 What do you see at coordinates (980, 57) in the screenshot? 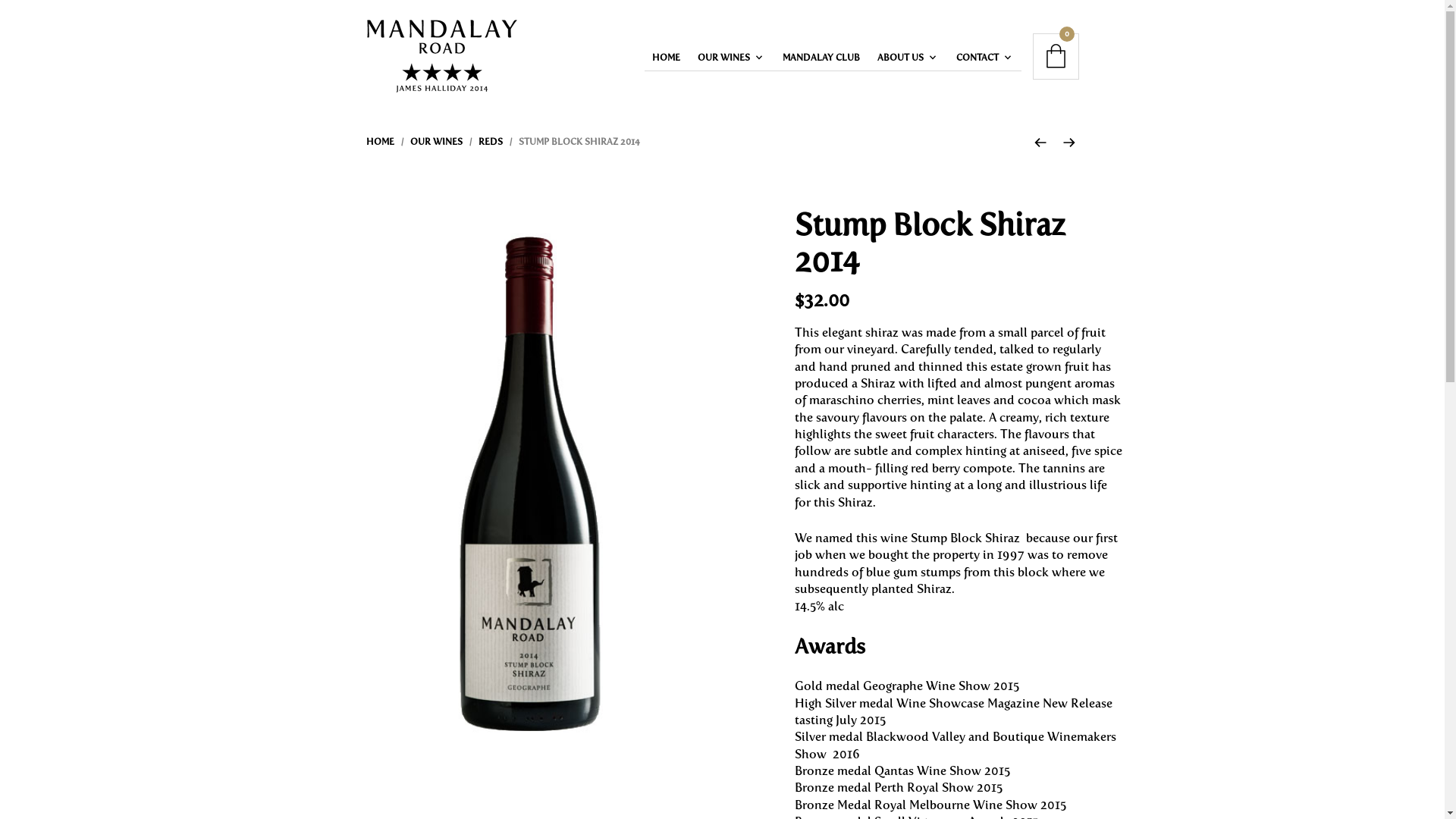
I see `'CONTACT'` at bounding box center [980, 57].